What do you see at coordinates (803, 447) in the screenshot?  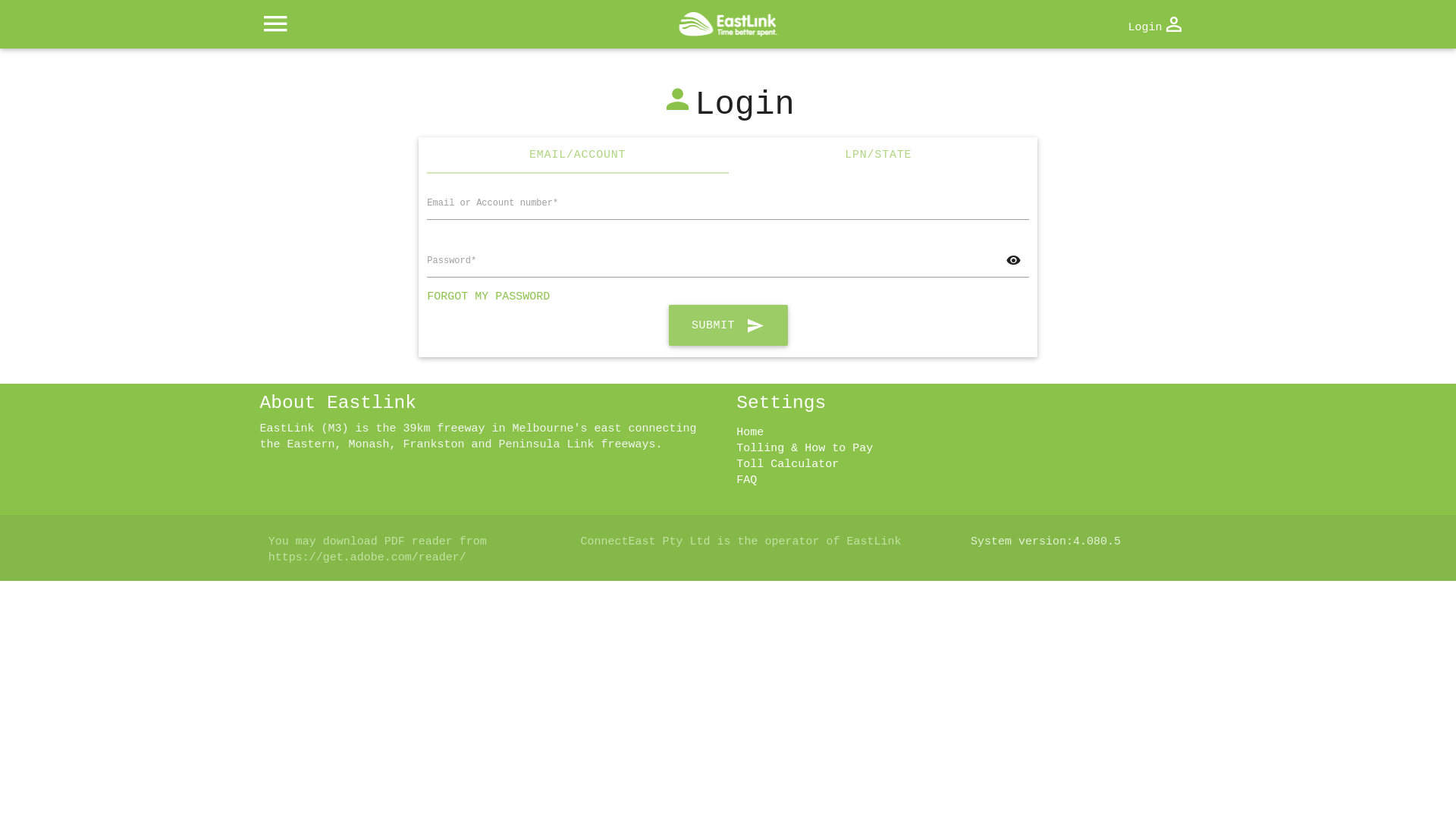 I see `'Tolling & How to Pay'` at bounding box center [803, 447].